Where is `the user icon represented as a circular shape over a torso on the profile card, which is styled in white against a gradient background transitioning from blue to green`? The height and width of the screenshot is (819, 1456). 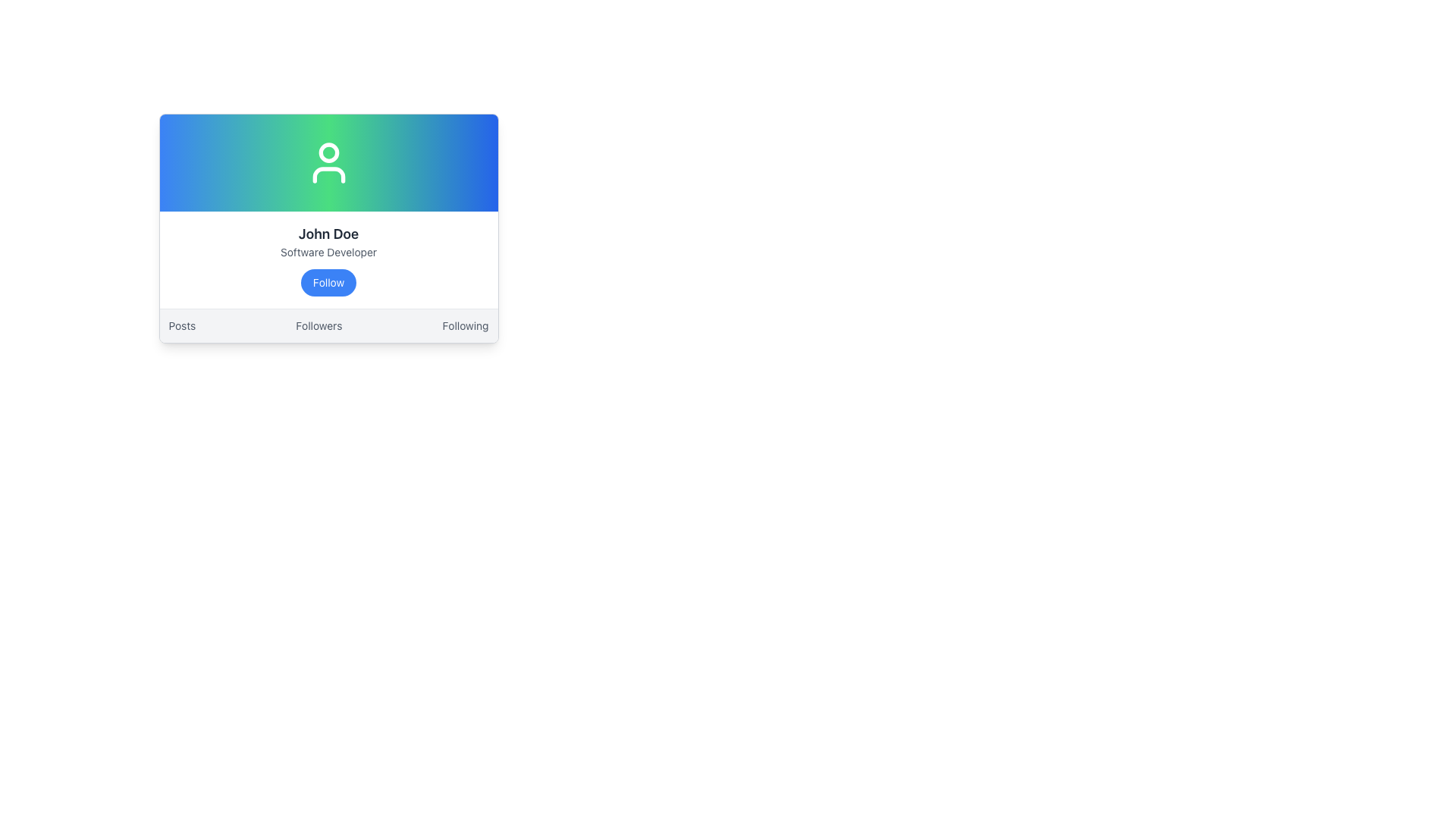
the user icon represented as a circular shape over a torso on the profile card, which is styled in white against a gradient background transitioning from blue to green is located at coordinates (328, 163).